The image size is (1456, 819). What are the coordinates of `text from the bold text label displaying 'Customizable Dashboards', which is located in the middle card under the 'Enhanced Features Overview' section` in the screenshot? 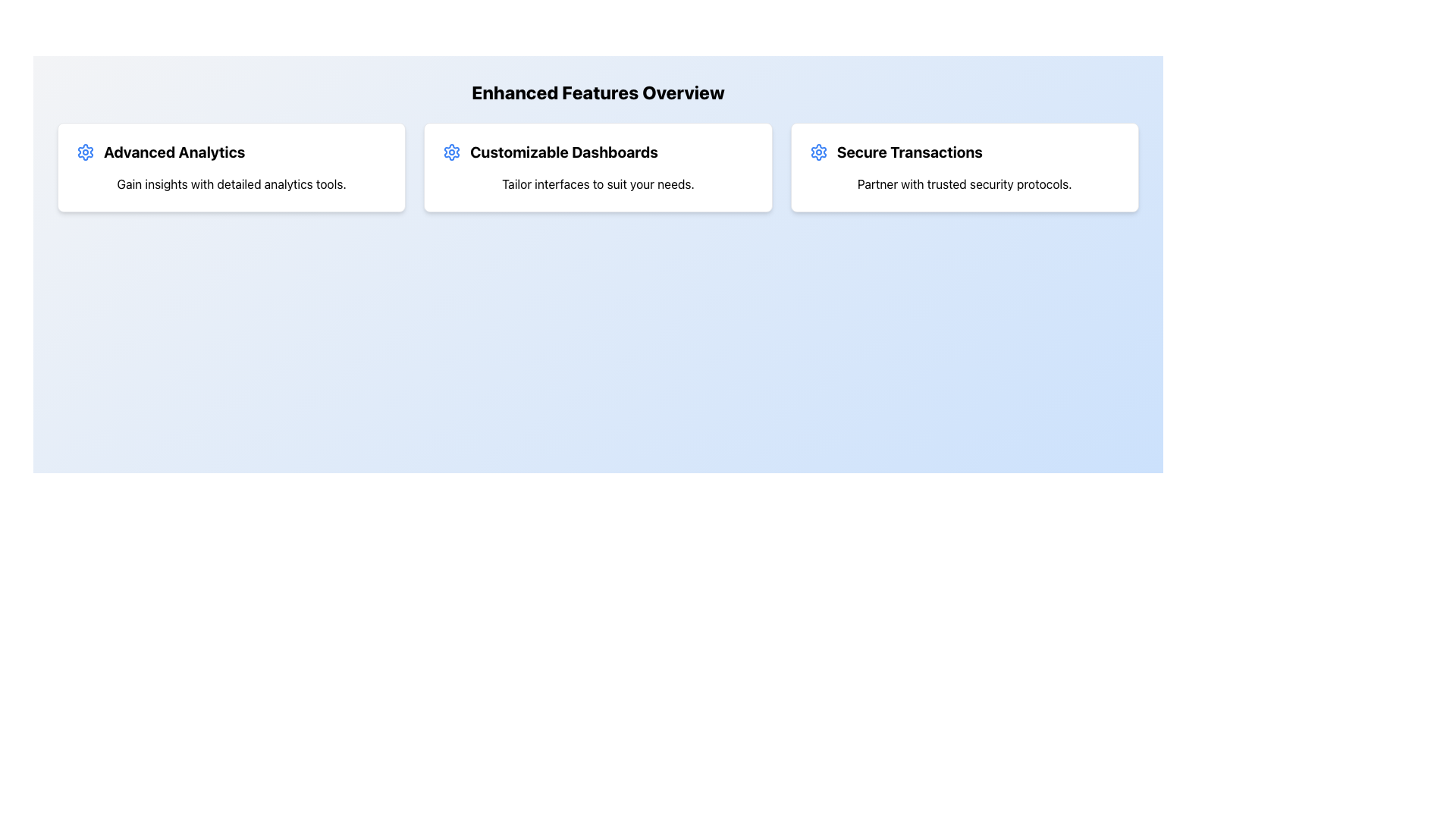 It's located at (563, 152).